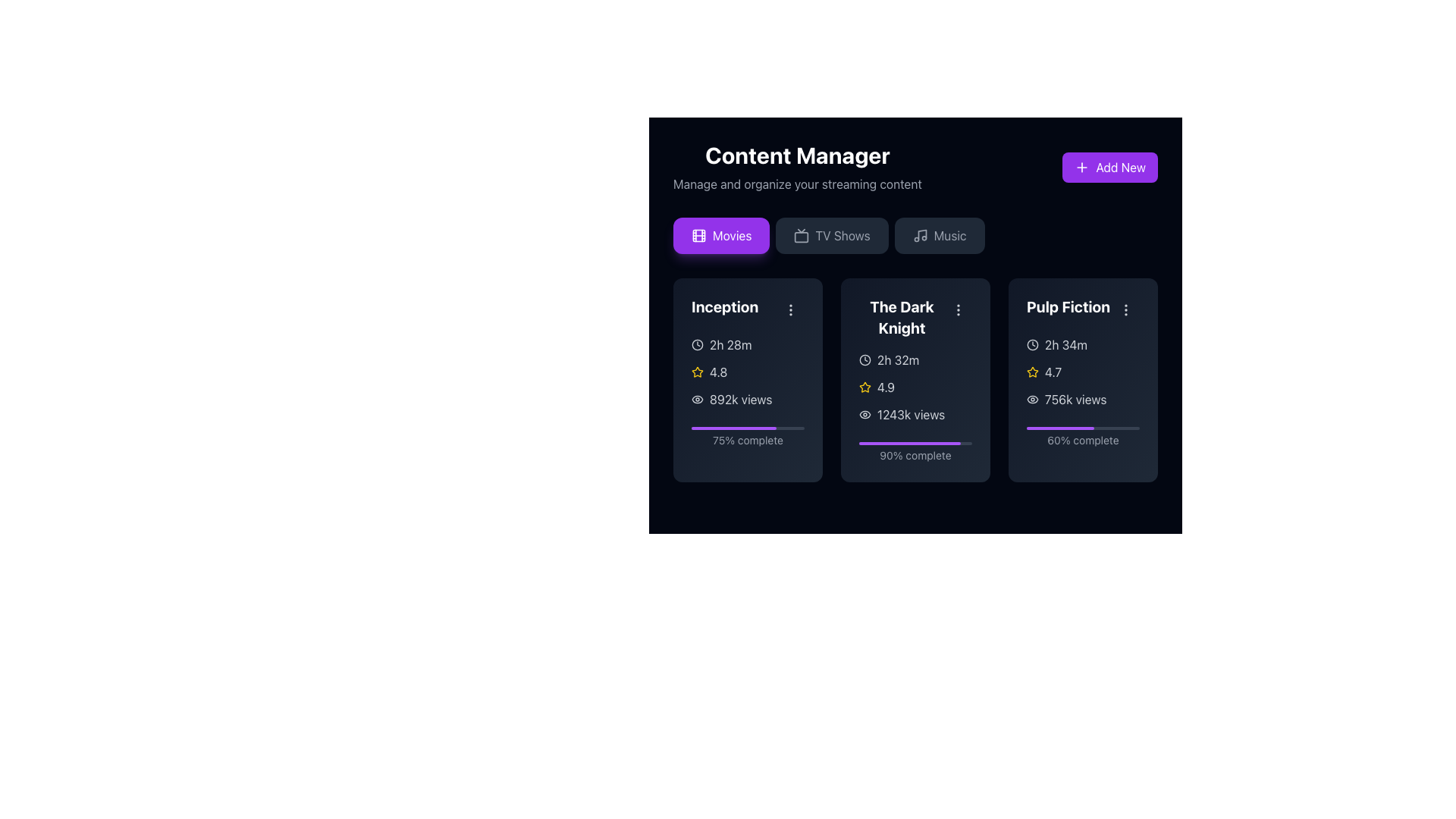  Describe the element at coordinates (865, 415) in the screenshot. I see `the eye icon representing views, located to the left of the text '1243k views' within the card for 'The Dark Knight.'` at that location.